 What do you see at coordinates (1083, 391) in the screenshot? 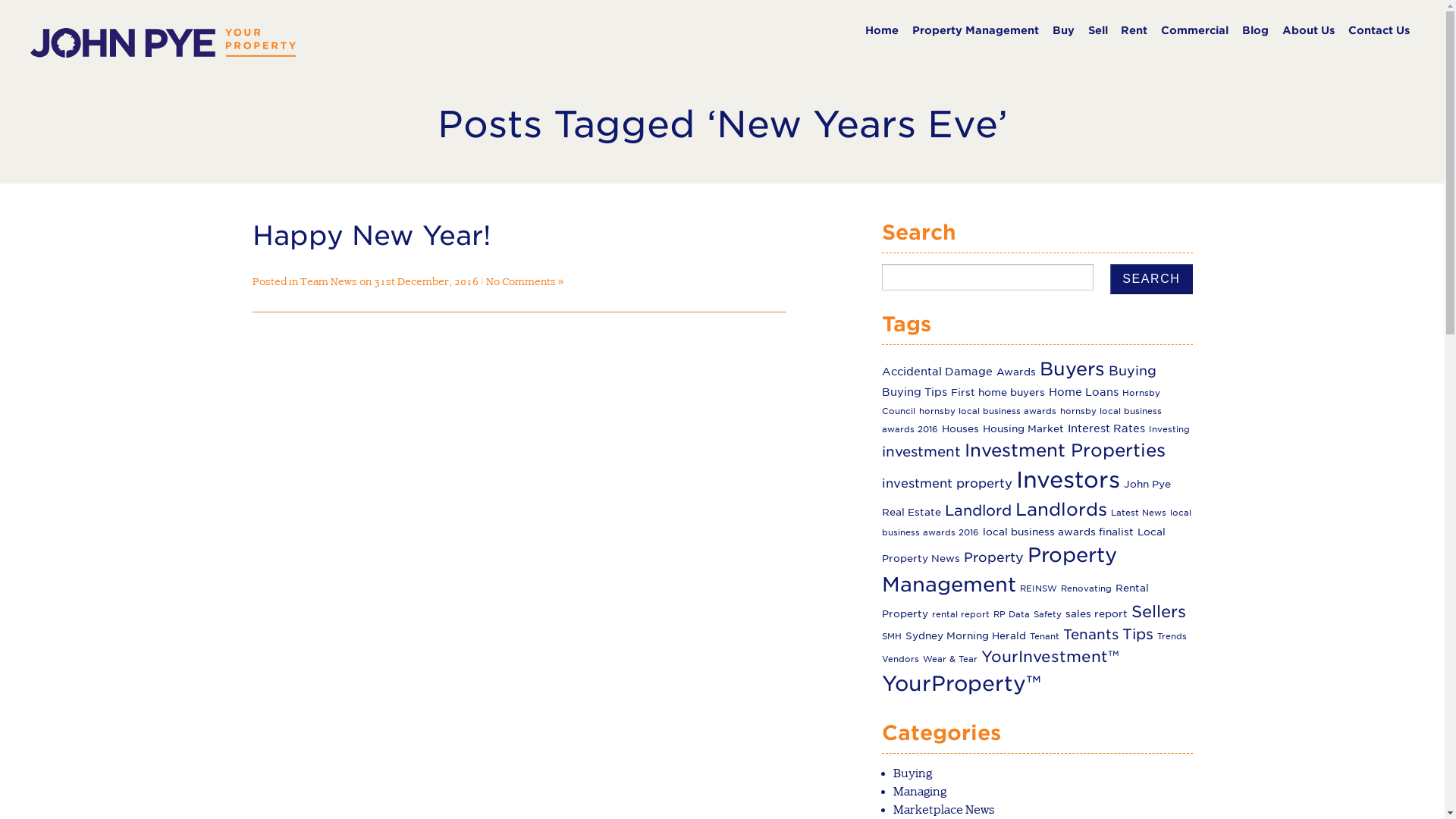
I see `'Home Loans'` at bounding box center [1083, 391].